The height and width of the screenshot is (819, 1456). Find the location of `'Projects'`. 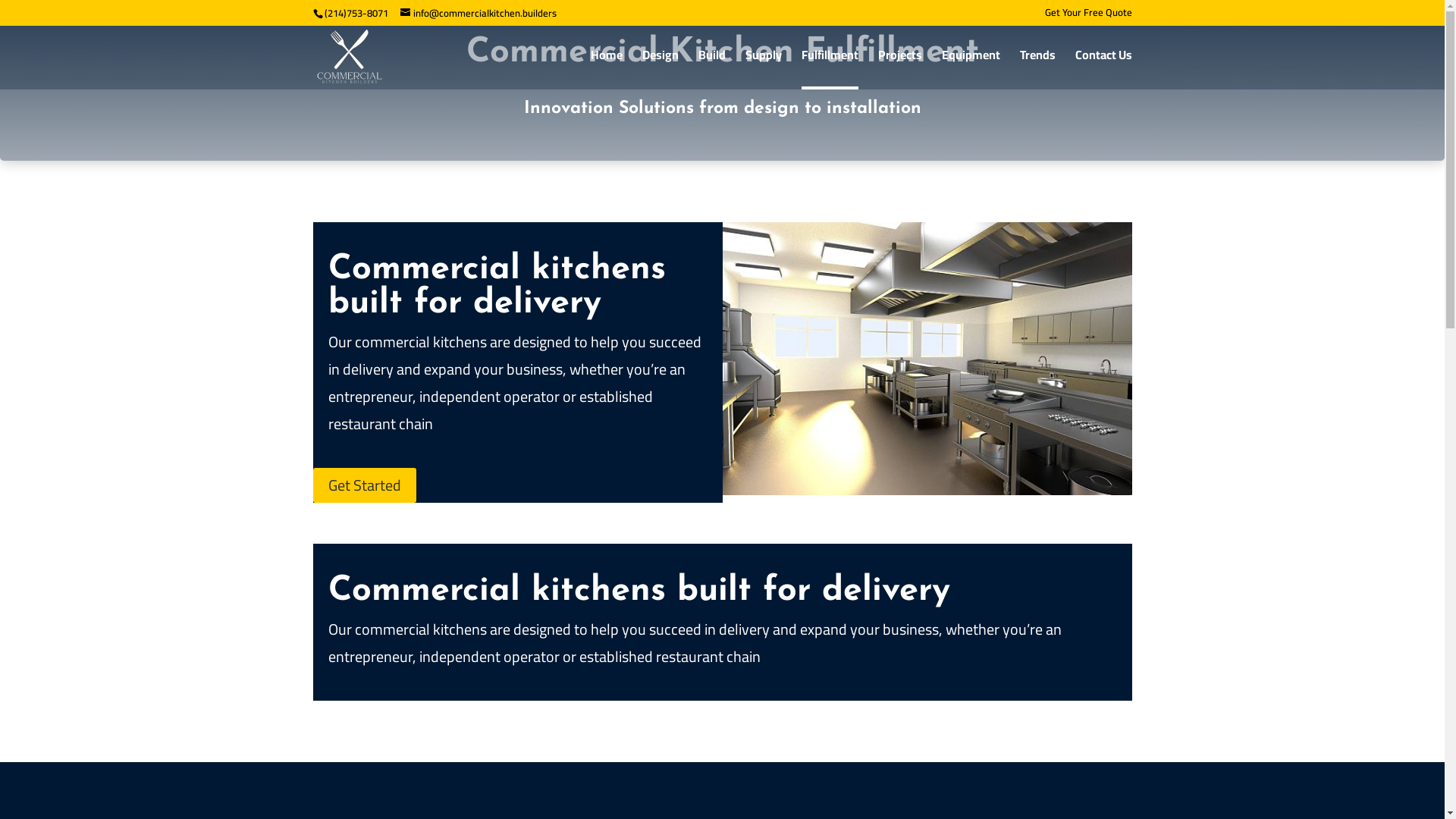

'Projects' is located at coordinates (899, 67).